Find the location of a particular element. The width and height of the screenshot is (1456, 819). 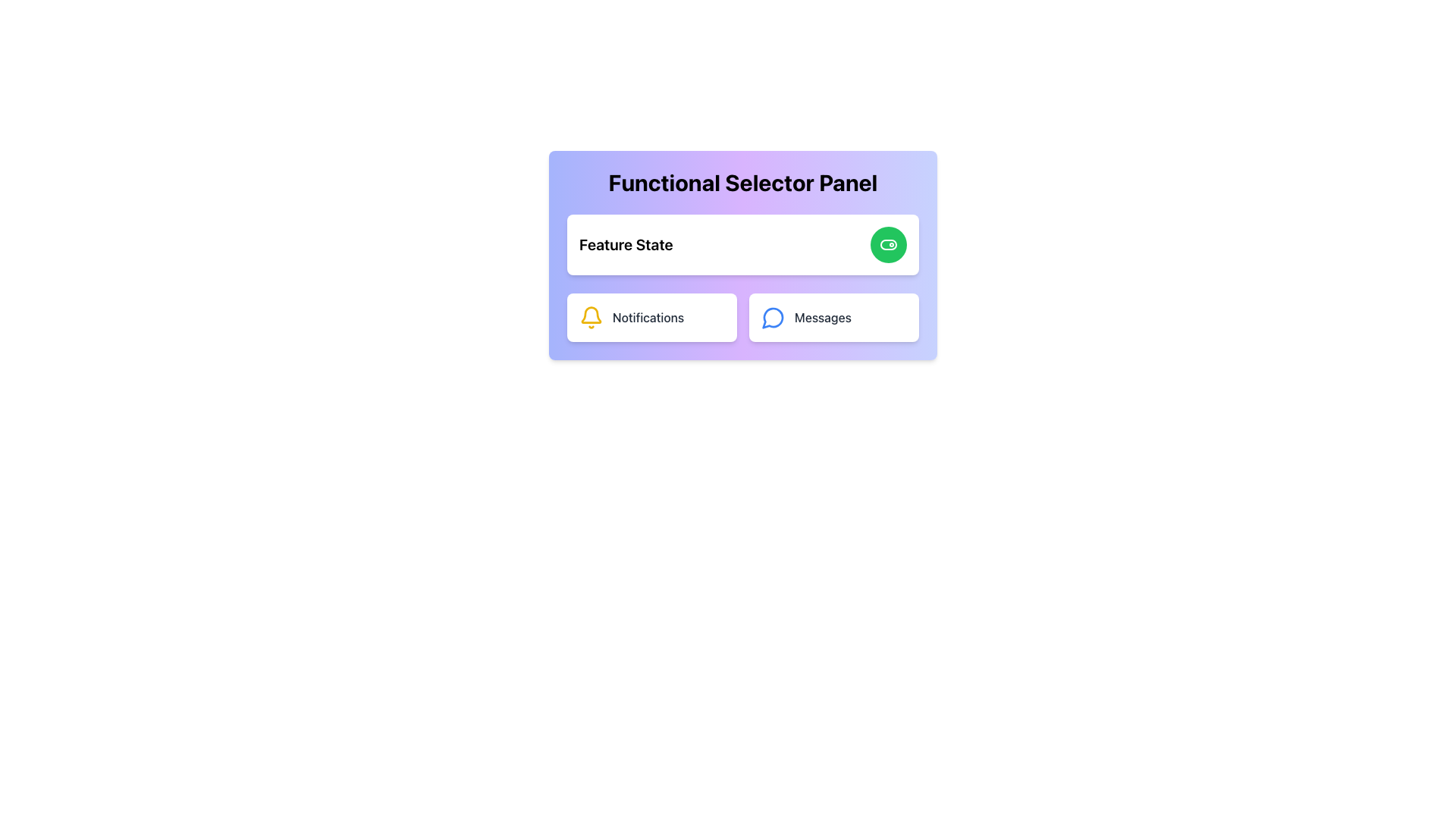

the background shape of the toggle switch, which is a rectangular element with rounded corners, located in the top-right of the 'Feature State' section is located at coordinates (888, 244).